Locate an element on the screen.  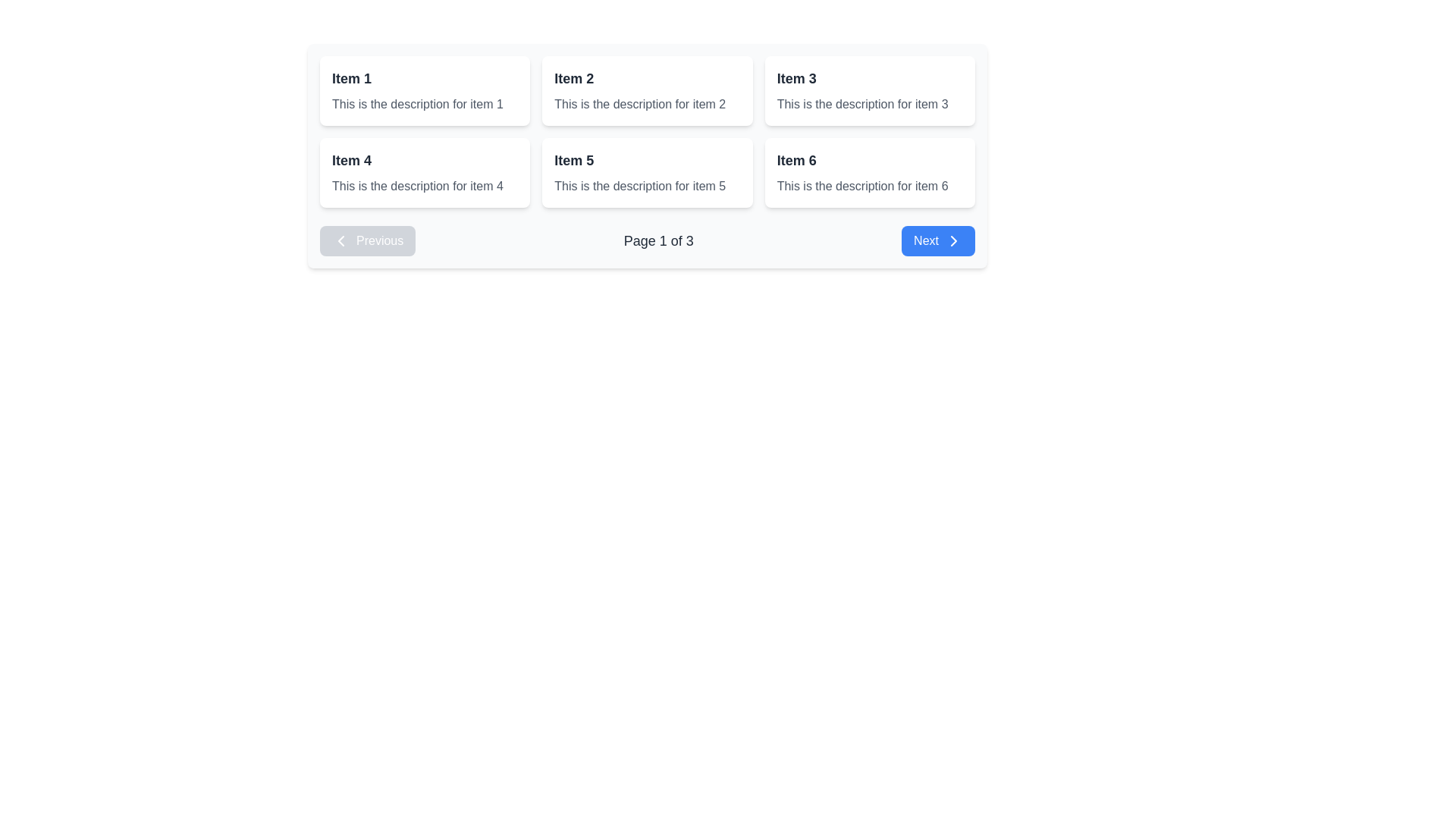
the text label displaying 'Item 1', which is styled in bold dark gray font on a white background, located at the top of the first card in a 3x2 grid layout is located at coordinates (351, 79).